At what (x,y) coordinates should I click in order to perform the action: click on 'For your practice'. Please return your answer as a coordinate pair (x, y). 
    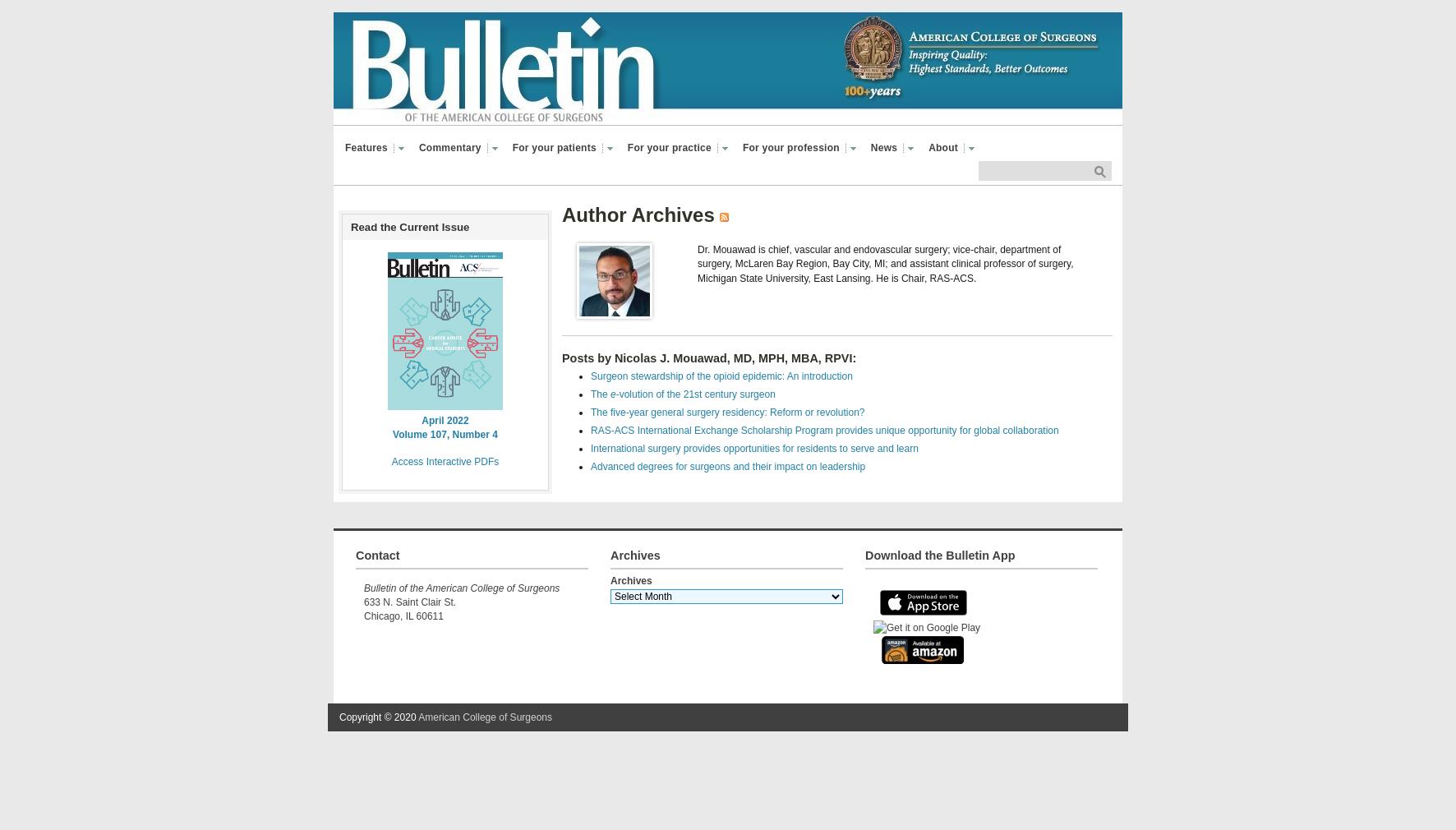
    Looking at the image, I should click on (669, 146).